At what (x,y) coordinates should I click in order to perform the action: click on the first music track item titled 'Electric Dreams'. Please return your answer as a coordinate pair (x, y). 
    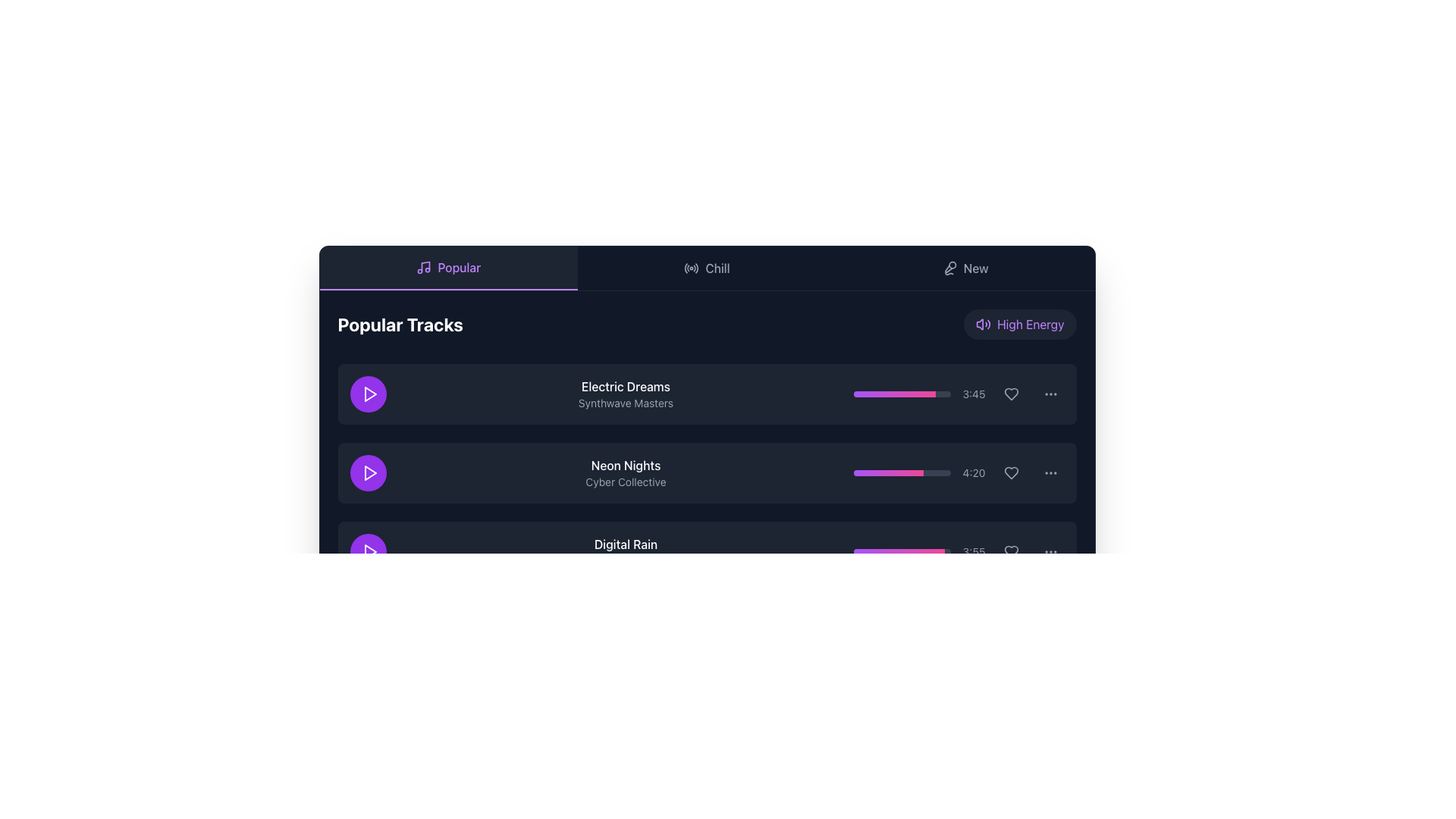
    Looking at the image, I should click on (706, 394).